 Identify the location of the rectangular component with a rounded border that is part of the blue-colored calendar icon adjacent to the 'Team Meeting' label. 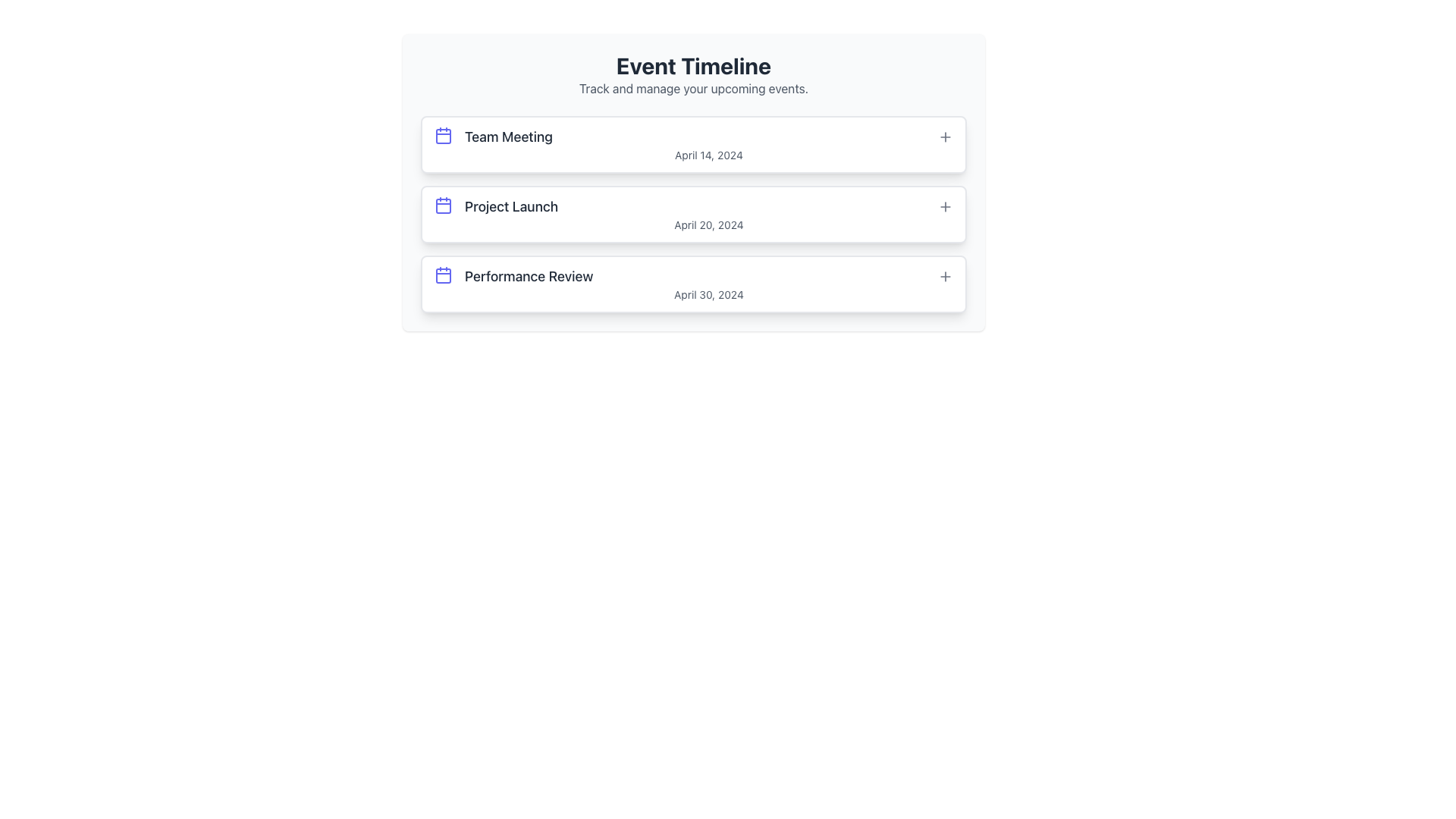
(443, 136).